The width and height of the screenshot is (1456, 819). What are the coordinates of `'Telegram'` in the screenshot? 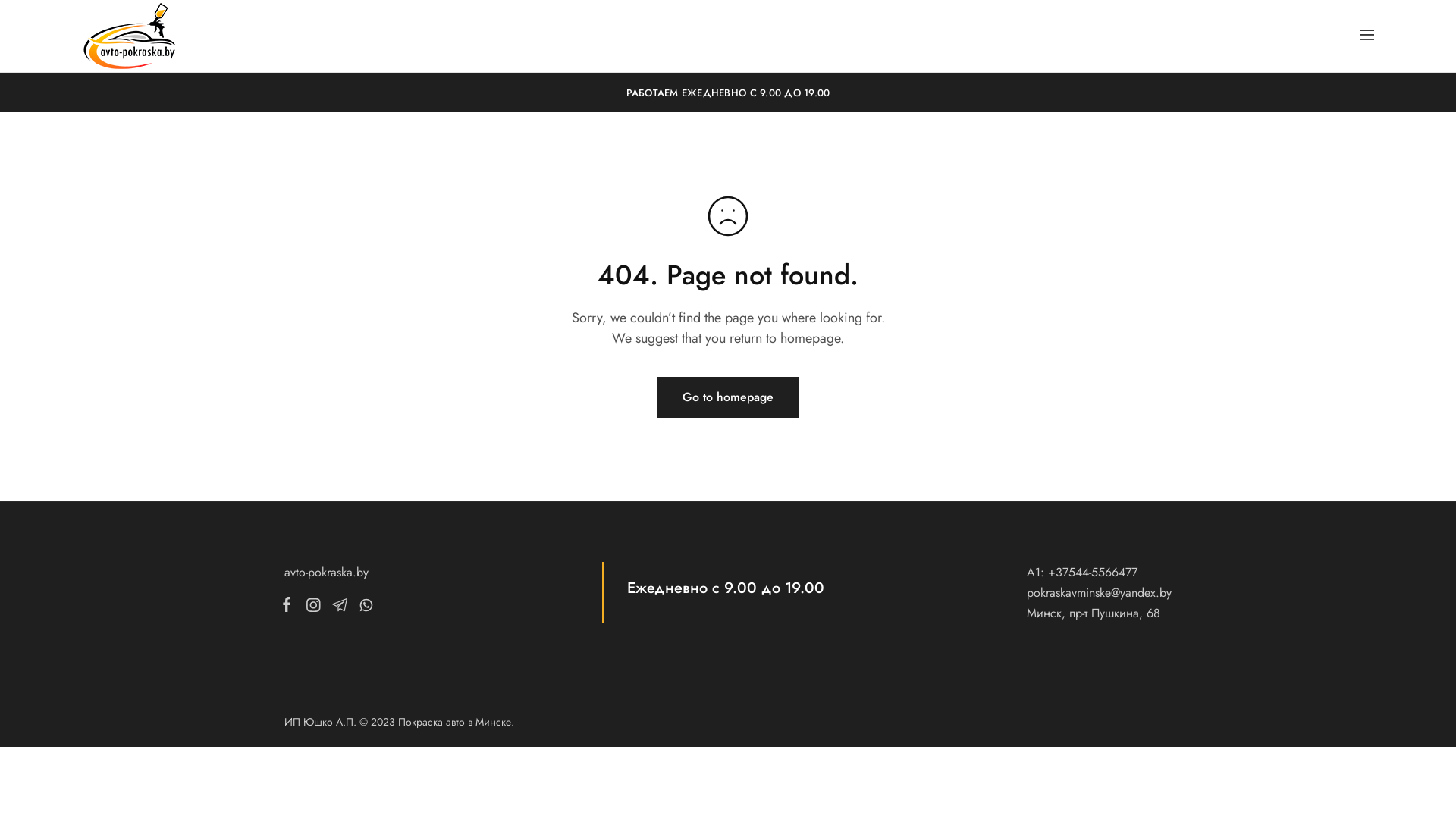 It's located at (338, 607).